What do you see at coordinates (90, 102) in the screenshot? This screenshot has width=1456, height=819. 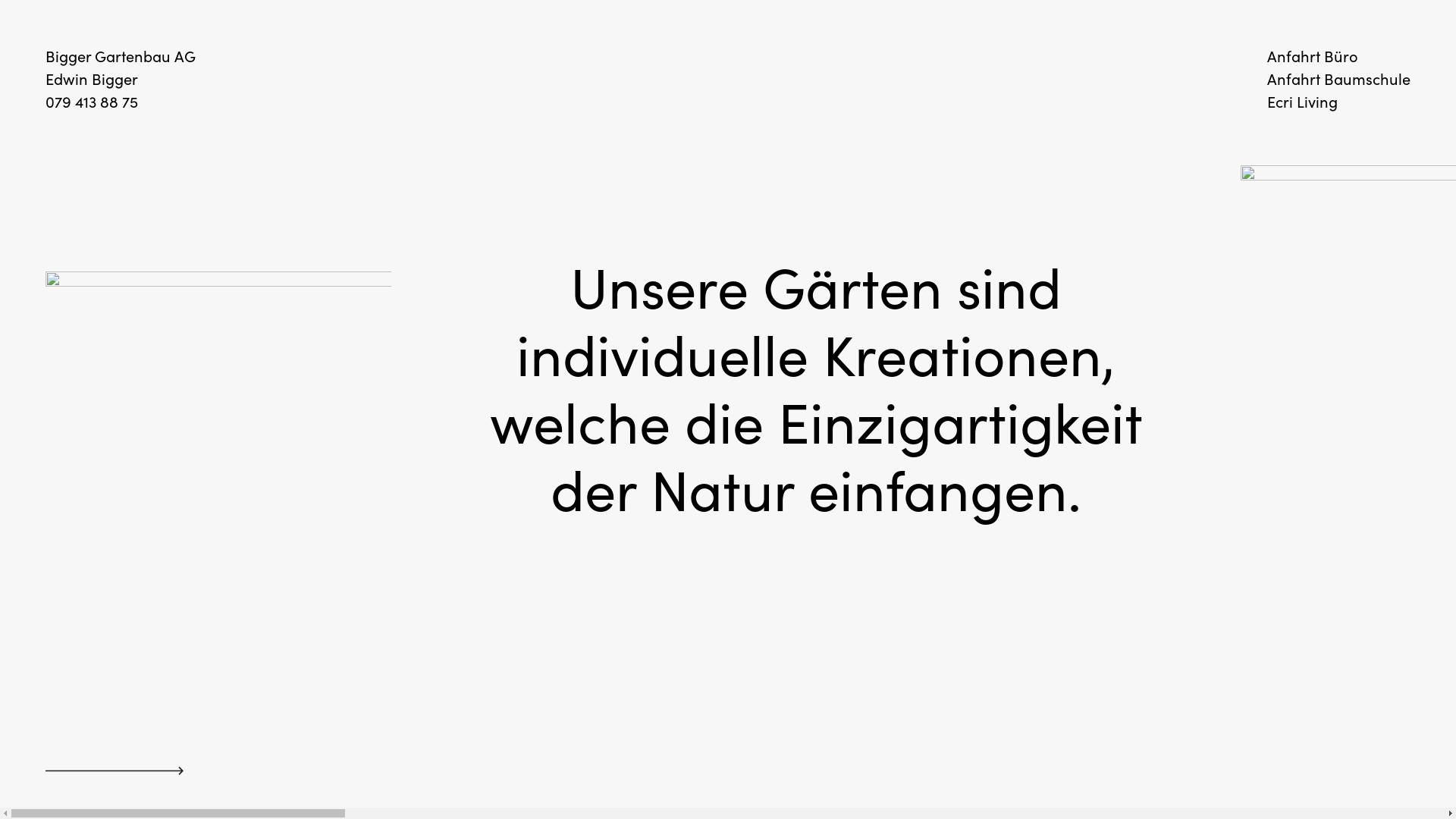 I see `'079 413 88 75'` at bounding box center [90, 102].